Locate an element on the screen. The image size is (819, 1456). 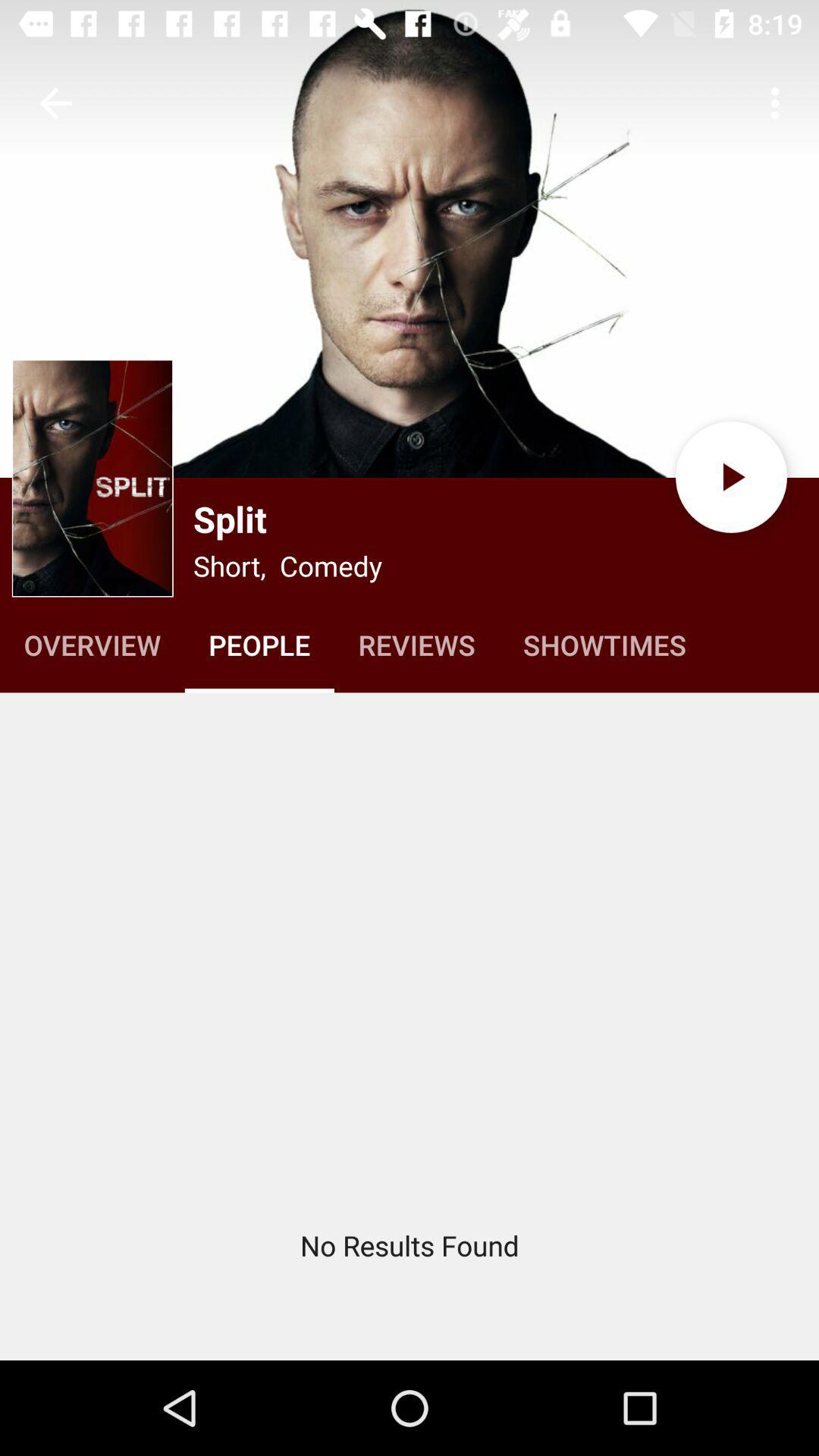
the play icon is located at coordinates (730, 476).